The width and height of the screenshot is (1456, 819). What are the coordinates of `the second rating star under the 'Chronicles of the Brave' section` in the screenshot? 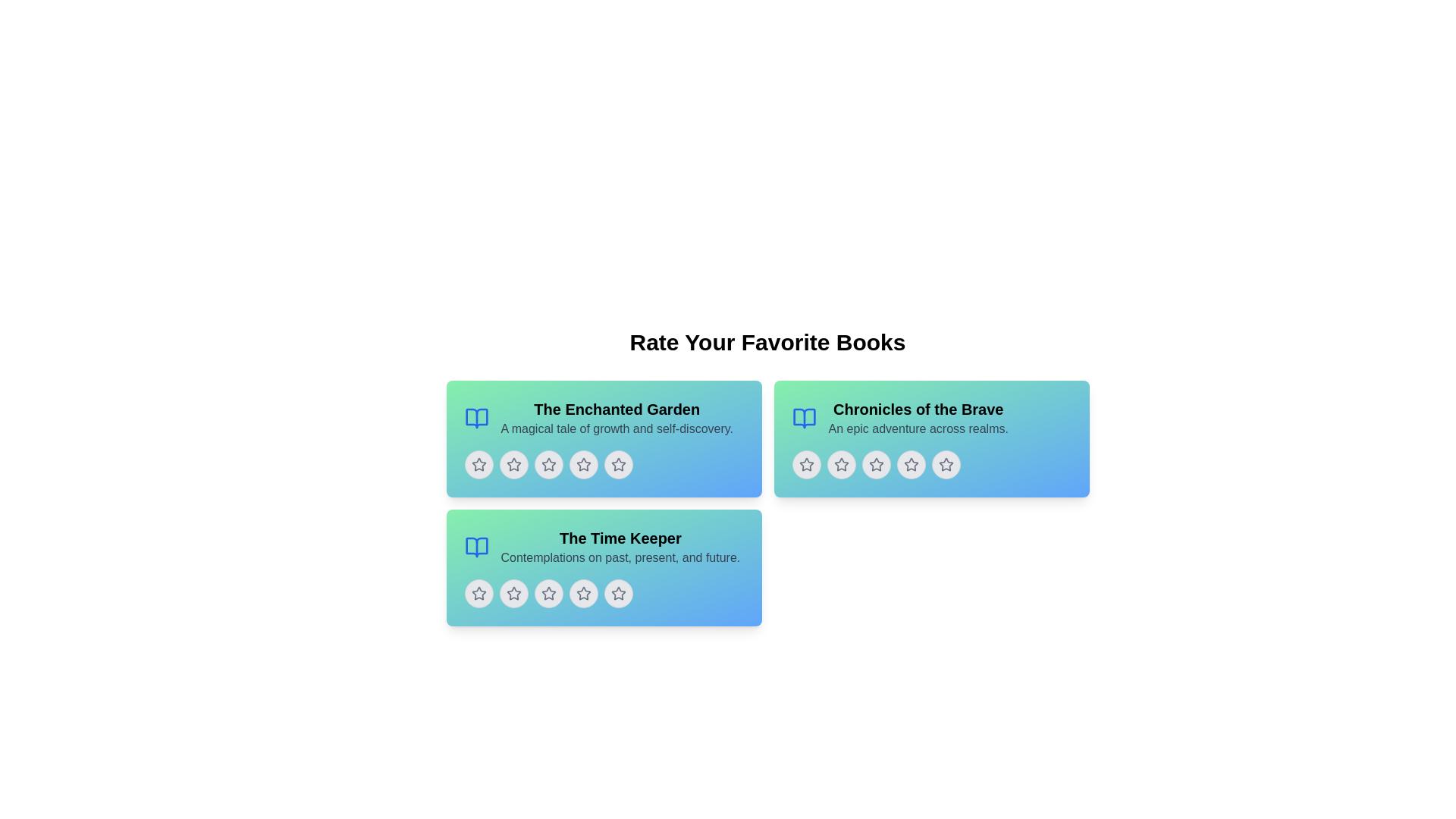 It's located at (805, 464).